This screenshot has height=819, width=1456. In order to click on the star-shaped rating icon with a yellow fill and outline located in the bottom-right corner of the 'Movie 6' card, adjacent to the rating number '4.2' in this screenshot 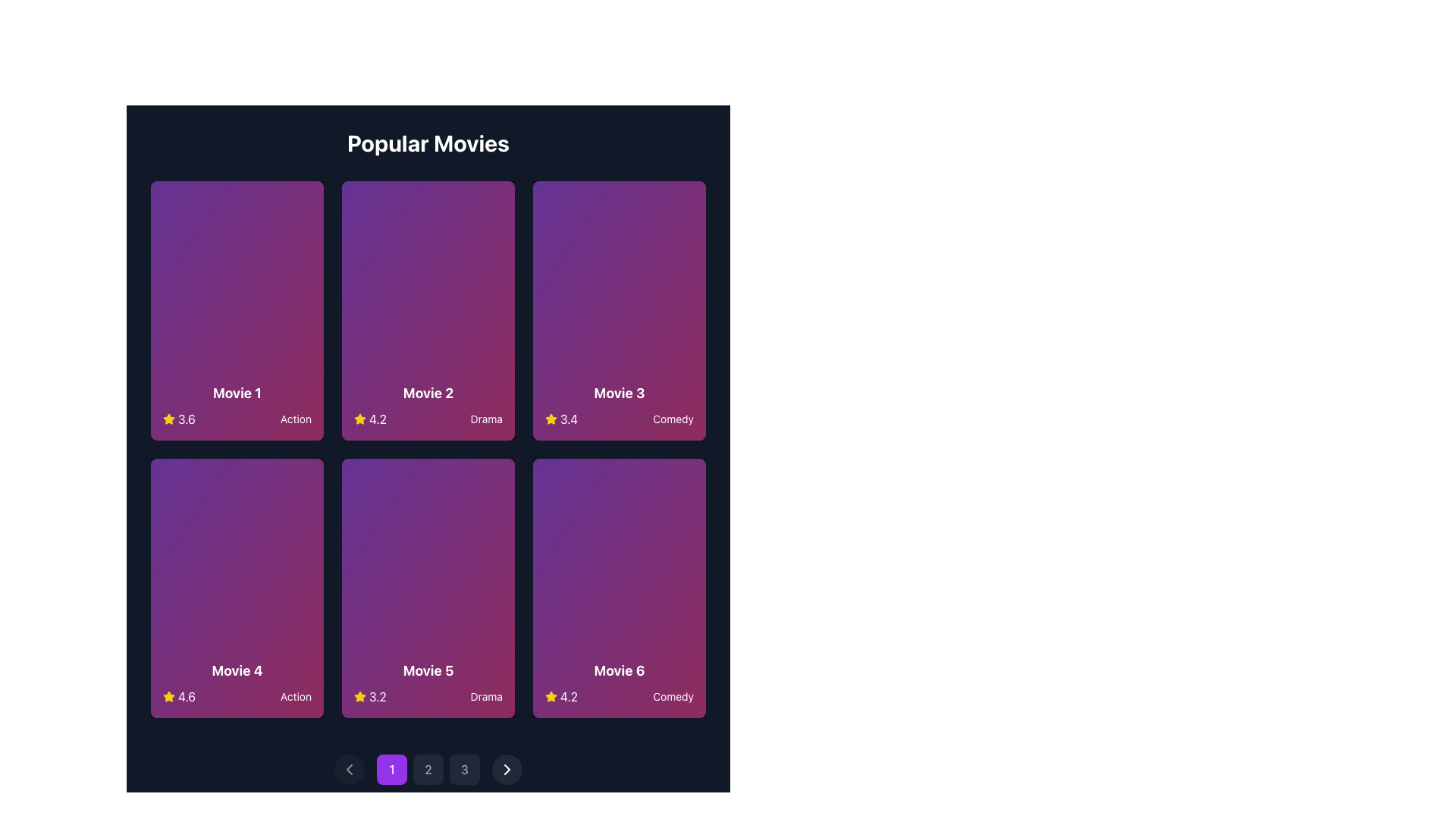, I will do `click(550, 696)`.